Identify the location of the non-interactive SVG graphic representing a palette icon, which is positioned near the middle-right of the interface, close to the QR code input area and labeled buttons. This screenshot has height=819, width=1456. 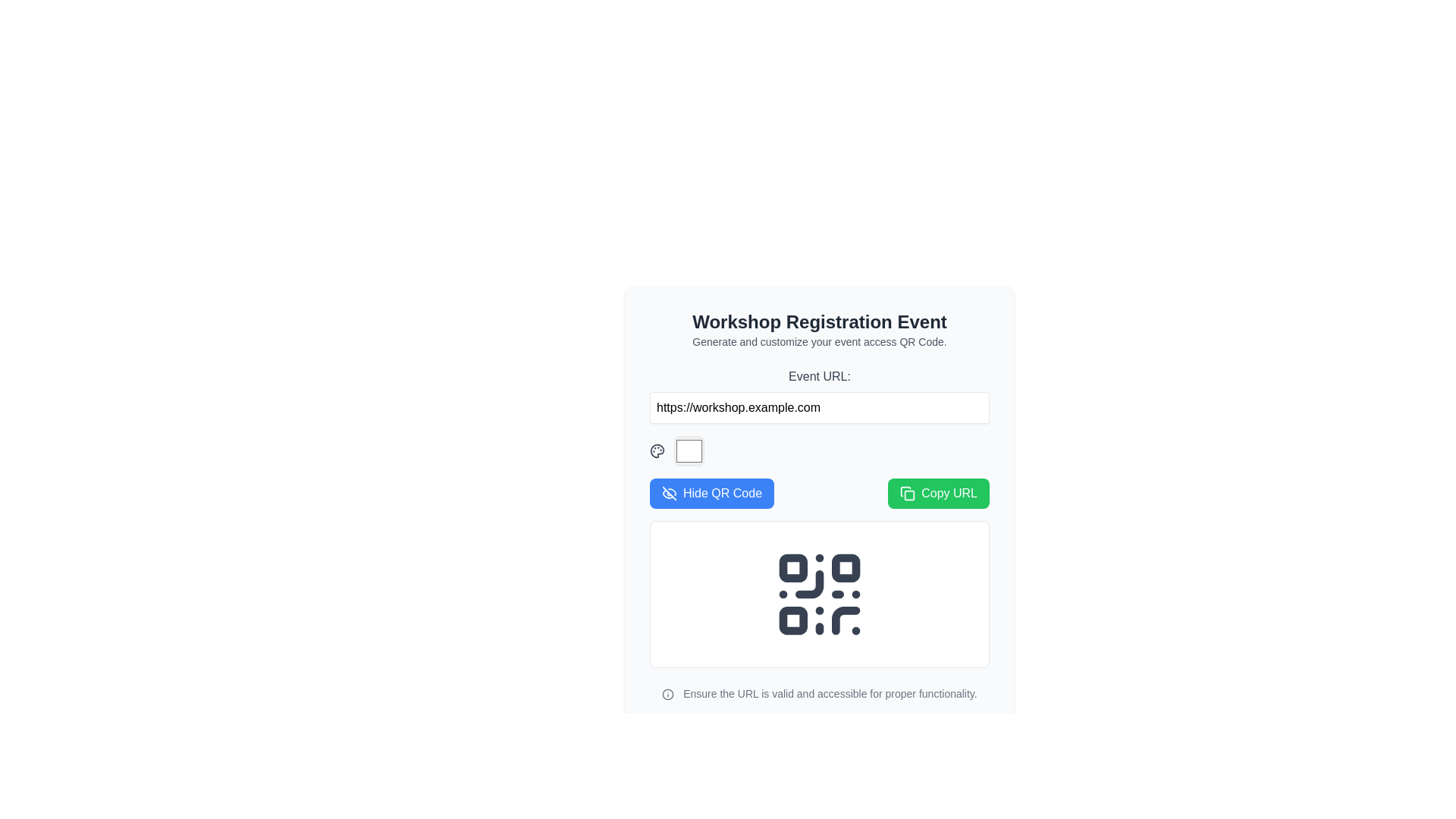
(657, 450).